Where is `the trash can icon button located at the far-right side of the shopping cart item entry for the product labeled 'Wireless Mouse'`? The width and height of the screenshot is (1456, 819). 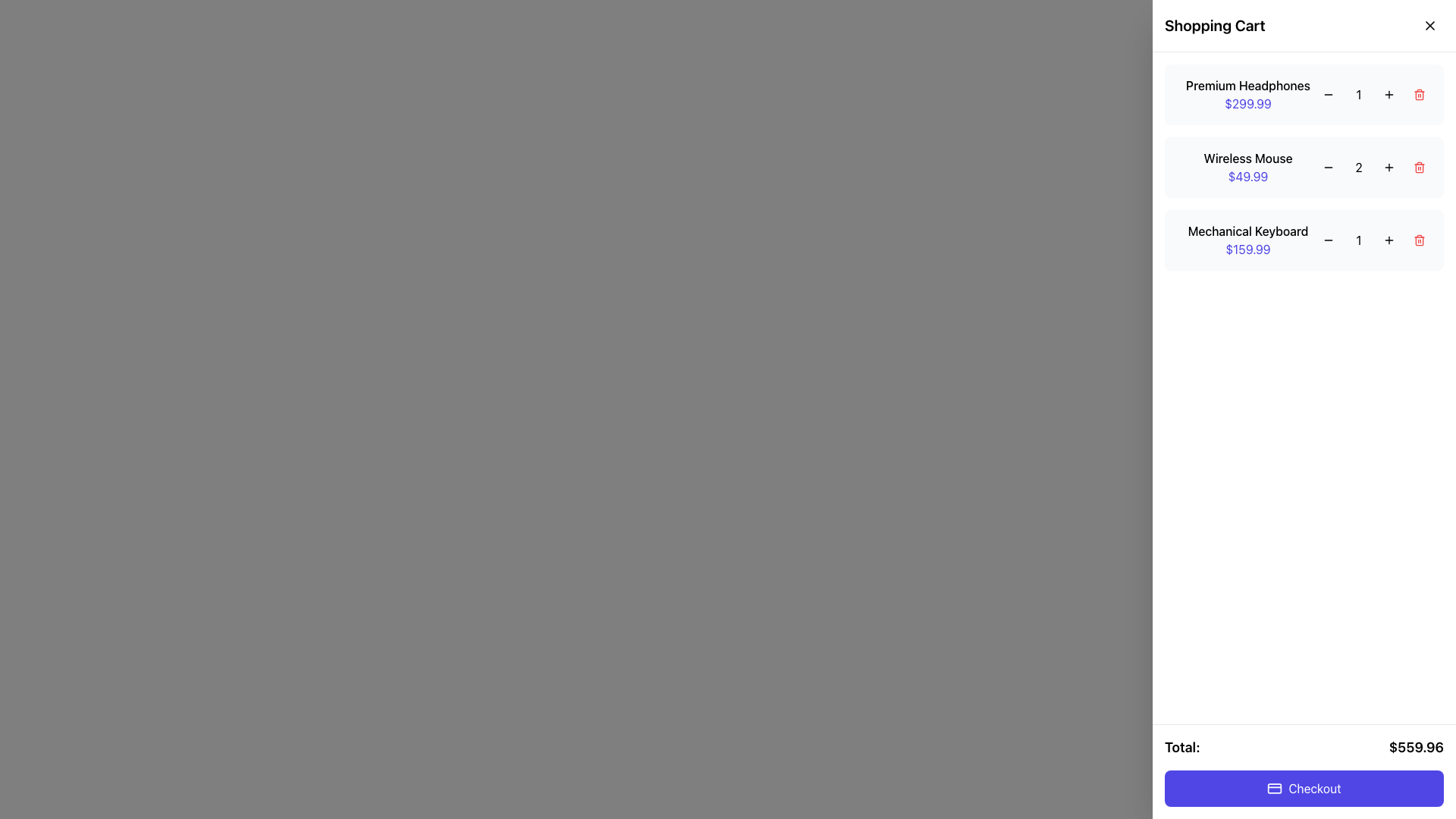
the trash can icon button located at the far-right side of the shopping cart item entry for the product labeled 'Wireless Mouse' is located at coordinates (1419, 167).